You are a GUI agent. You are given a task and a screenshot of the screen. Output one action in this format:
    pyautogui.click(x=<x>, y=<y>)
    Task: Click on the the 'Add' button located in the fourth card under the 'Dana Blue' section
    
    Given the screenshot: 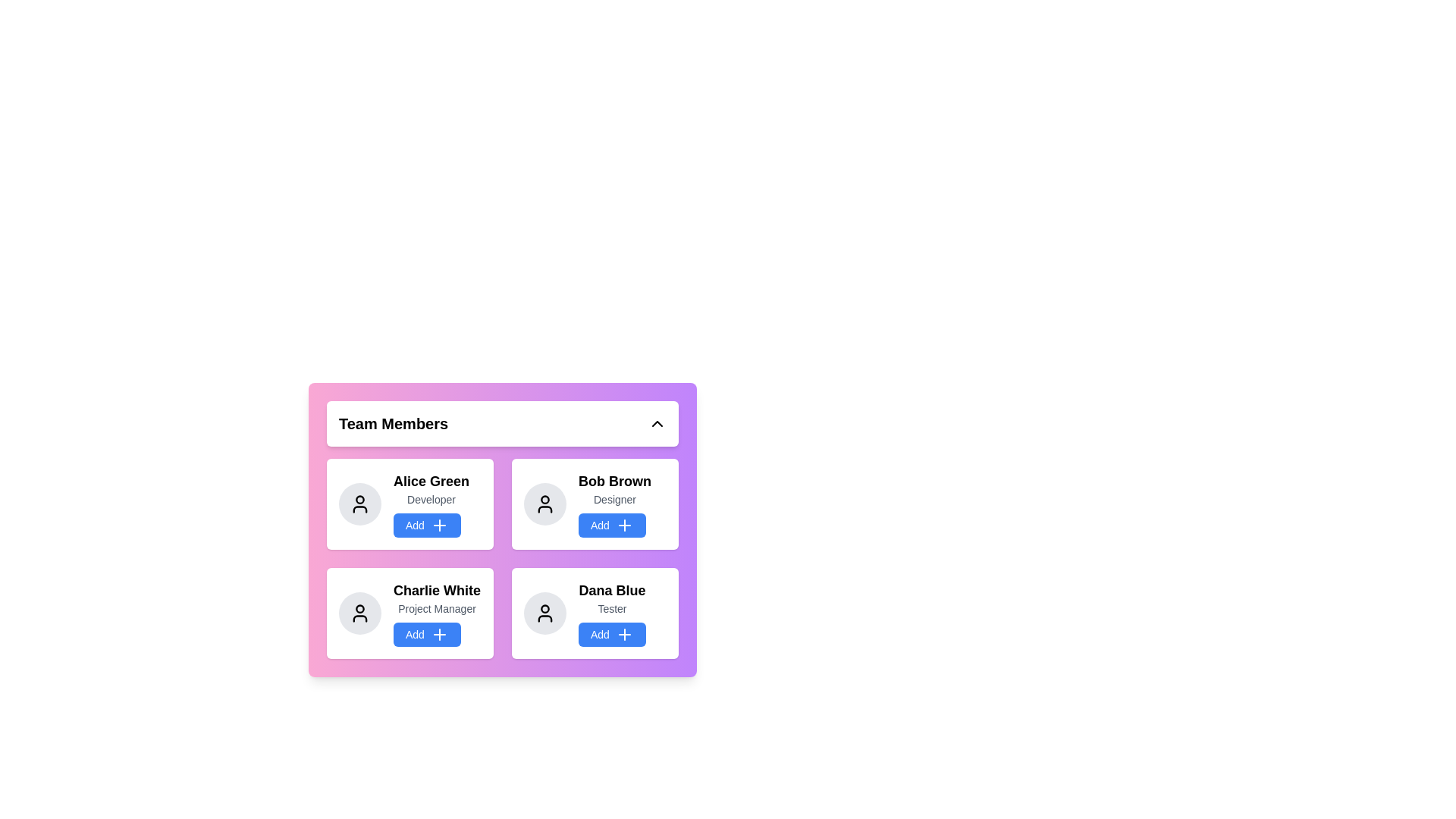 What is the action you would take?
    pyautogui.click(x=612, y=635)
    